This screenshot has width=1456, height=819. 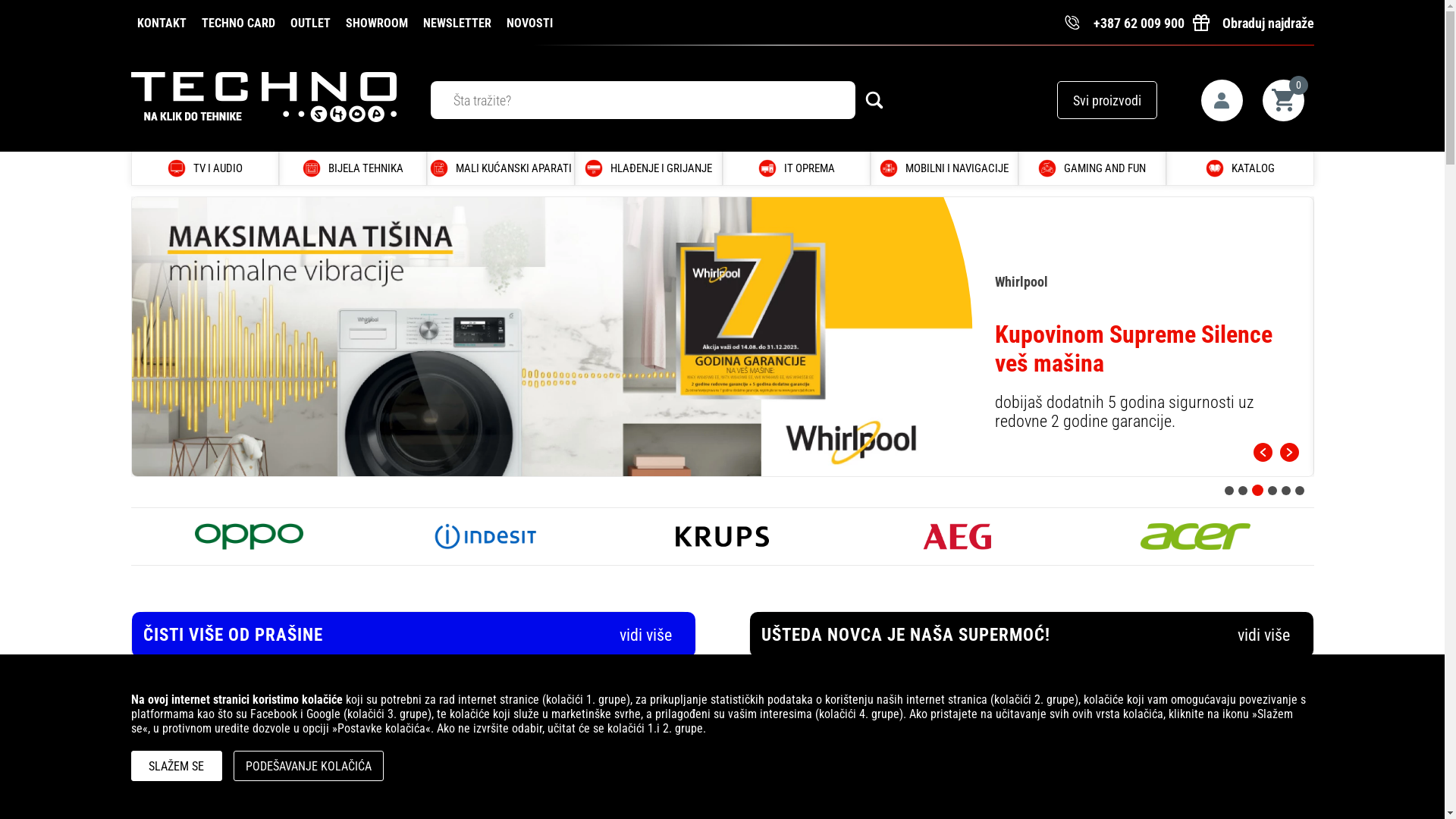 What do you see at coordinates (1254, 489) in the screenshot?
I see `'3'` at bounding box center [1254, 489].